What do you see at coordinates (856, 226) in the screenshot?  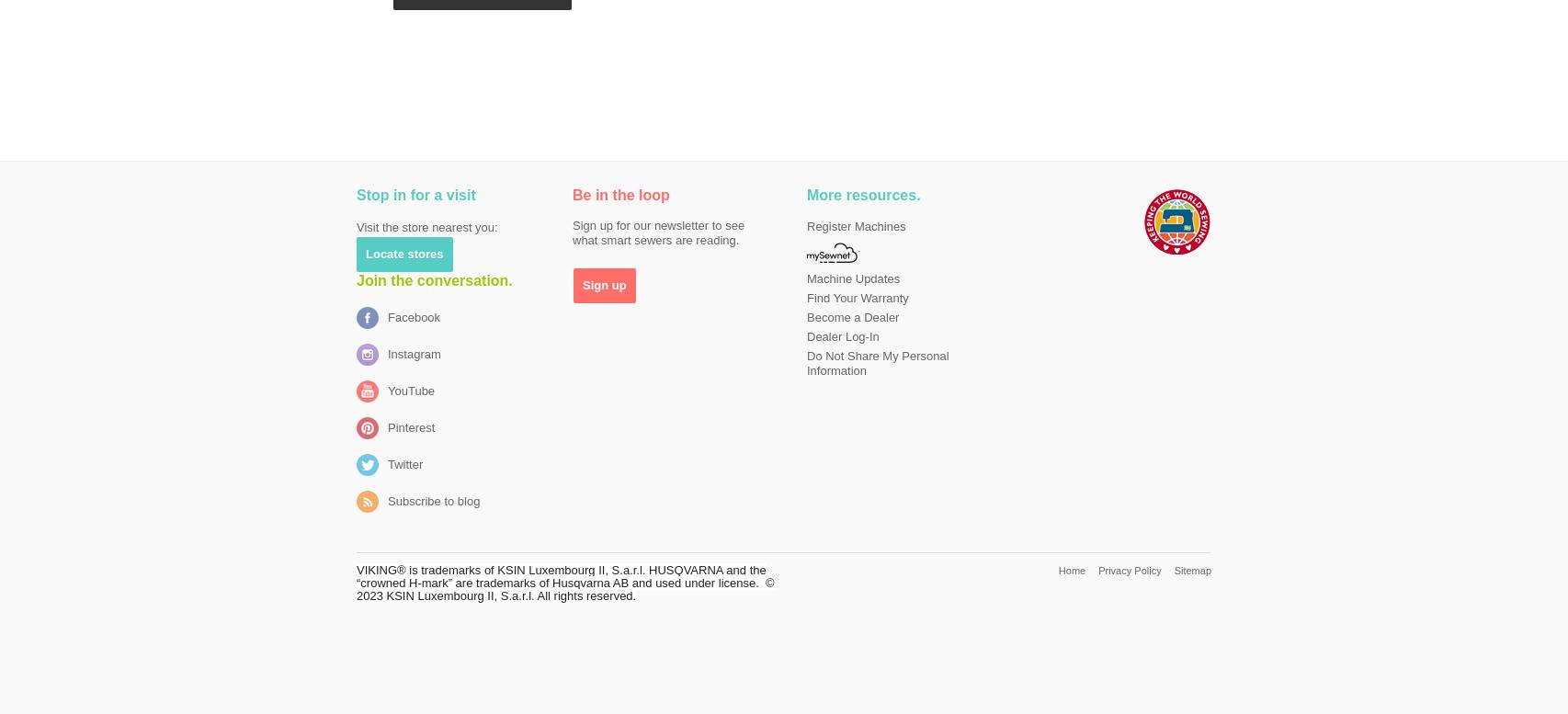 I see `'Register Machines'` at bounding box center [856, 226].